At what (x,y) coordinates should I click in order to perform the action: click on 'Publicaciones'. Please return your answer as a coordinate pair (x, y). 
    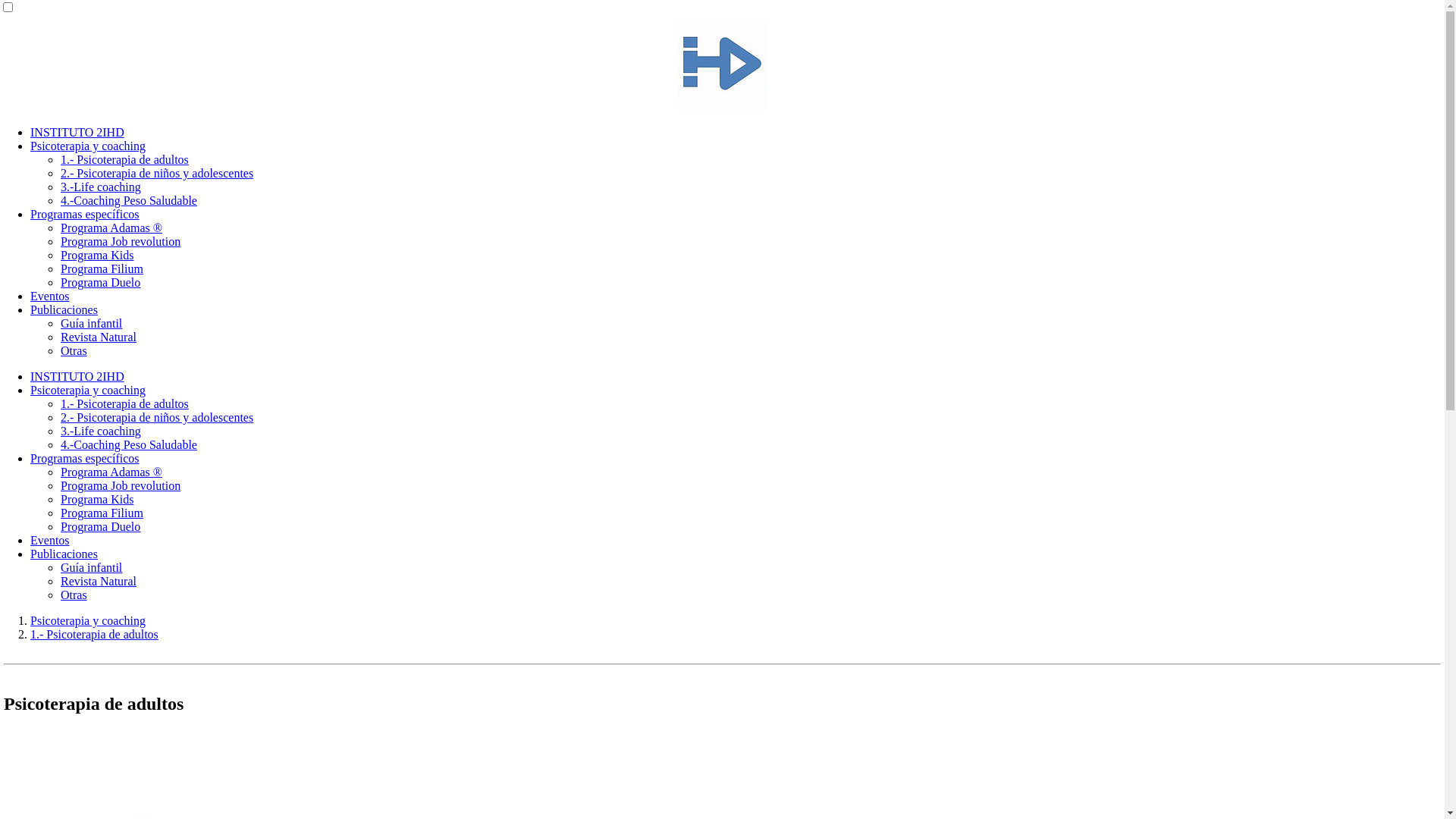
    Looking at the image, I should click on (63, 309).